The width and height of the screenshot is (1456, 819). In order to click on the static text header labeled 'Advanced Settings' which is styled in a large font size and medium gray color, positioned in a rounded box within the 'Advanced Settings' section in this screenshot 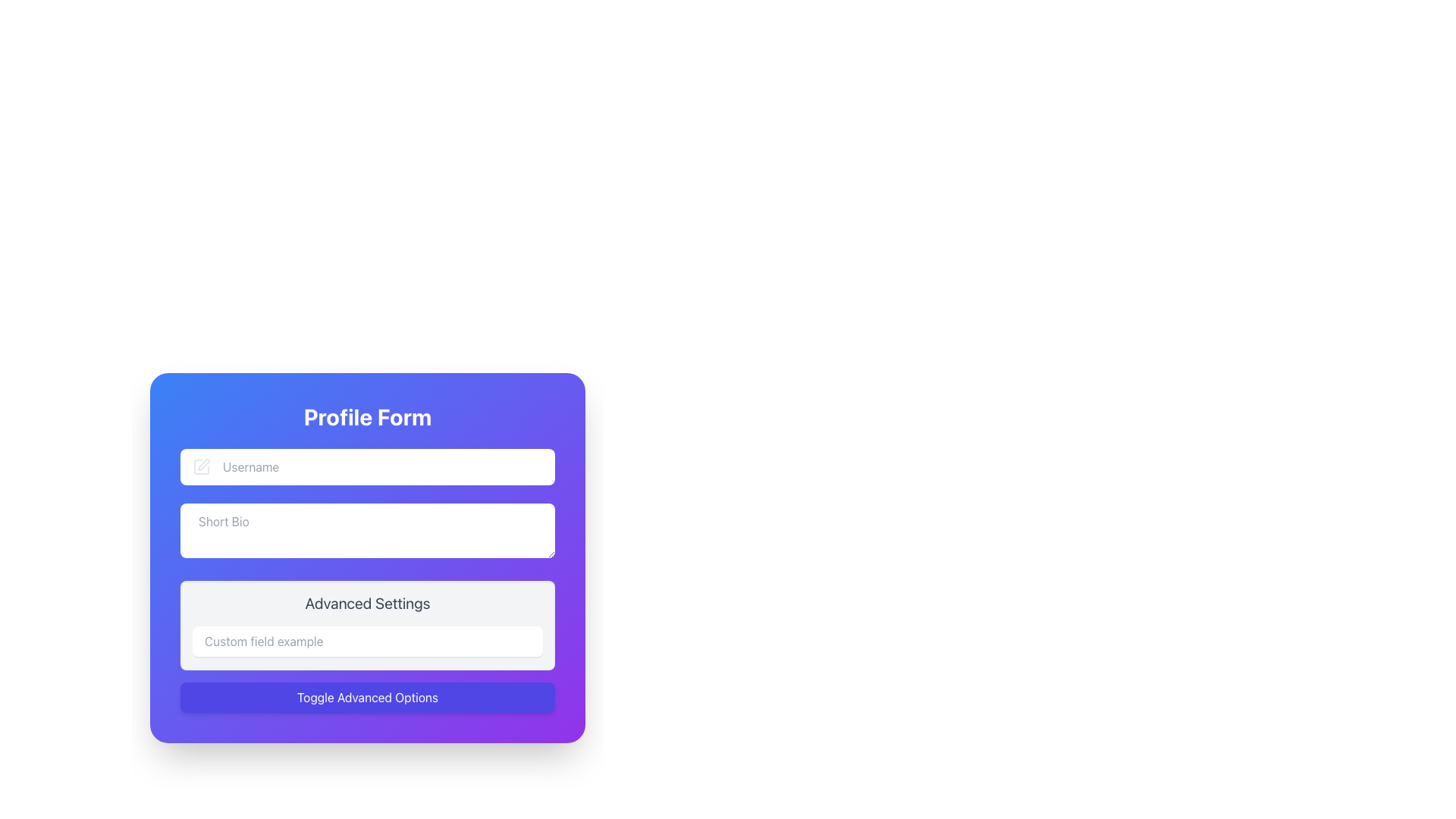, I will do `click(367, 602)`.